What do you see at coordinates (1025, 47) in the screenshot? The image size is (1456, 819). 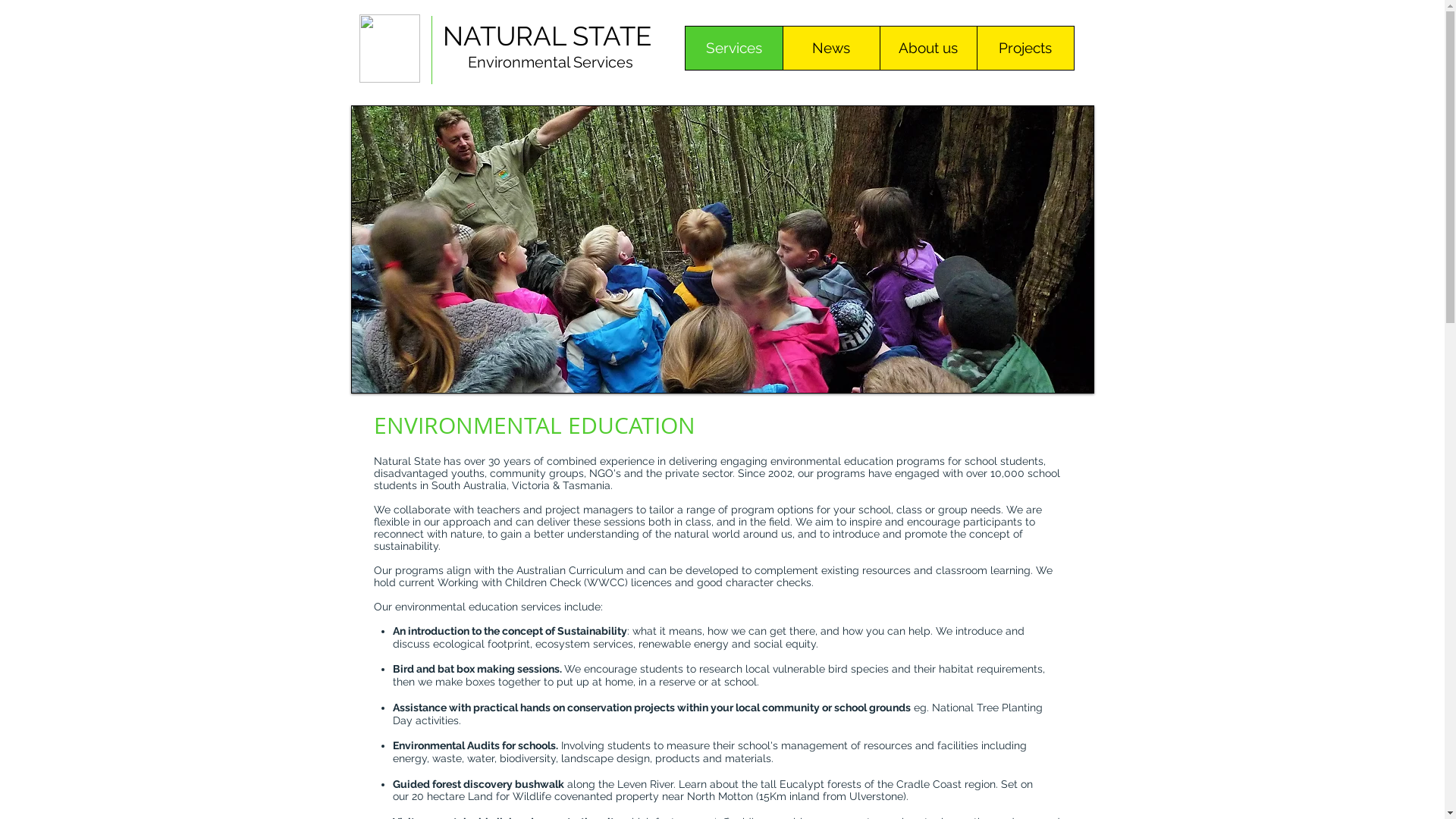 I see `'Projects'` at bounding box center [1025, 47].